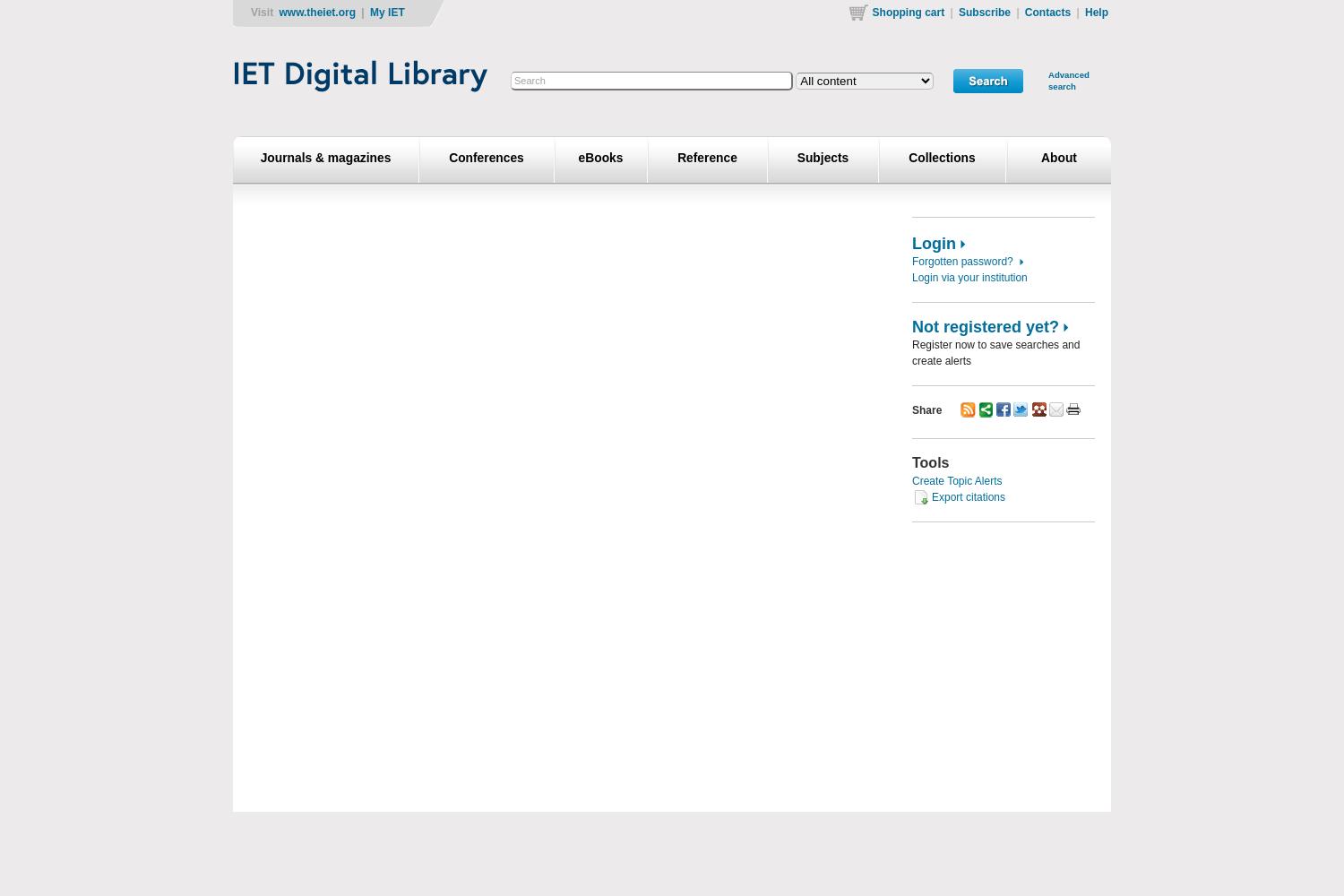 This screenshot has width=1344, height=896. I want to click on 'www.theiet.org', so click(316, 13).